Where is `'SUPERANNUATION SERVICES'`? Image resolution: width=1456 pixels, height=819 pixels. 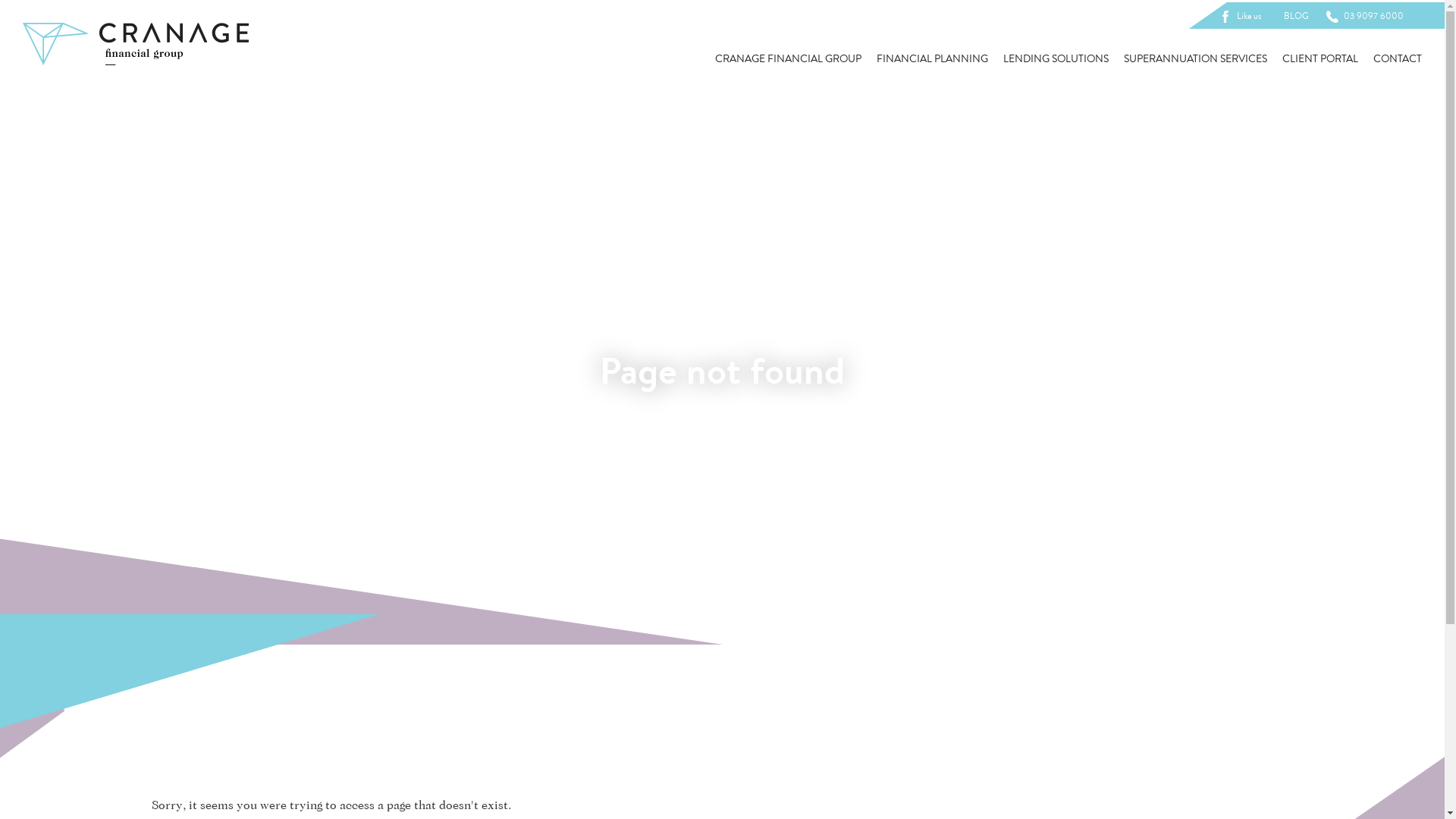
'SUPERANNUATION SERVICES' is located at coordinates (1194, 58).